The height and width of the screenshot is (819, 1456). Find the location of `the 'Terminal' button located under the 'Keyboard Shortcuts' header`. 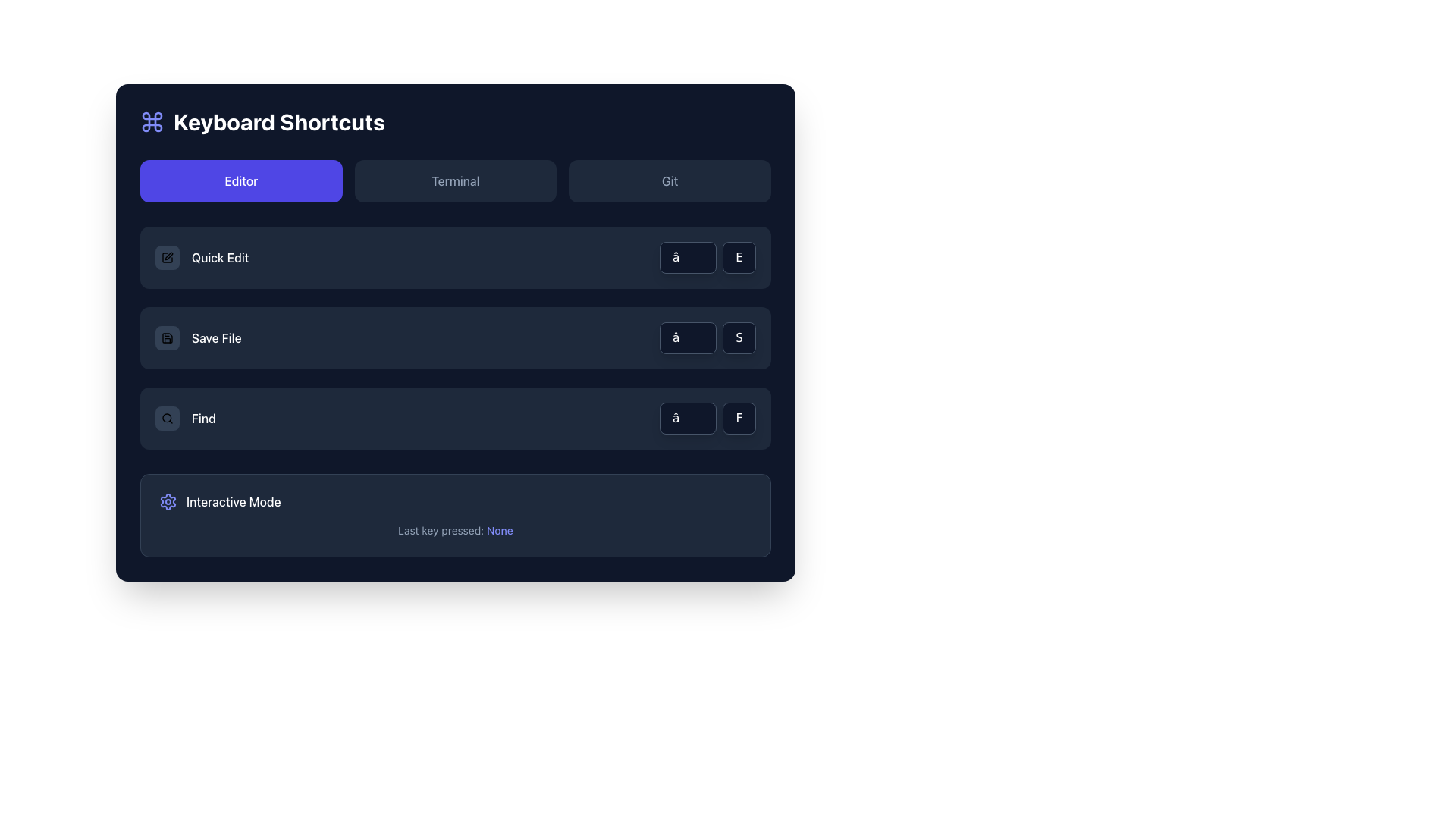

the 'Terminal' button located under the 'Keyboard Shortcuts' header is located at coordinates (454, 180).